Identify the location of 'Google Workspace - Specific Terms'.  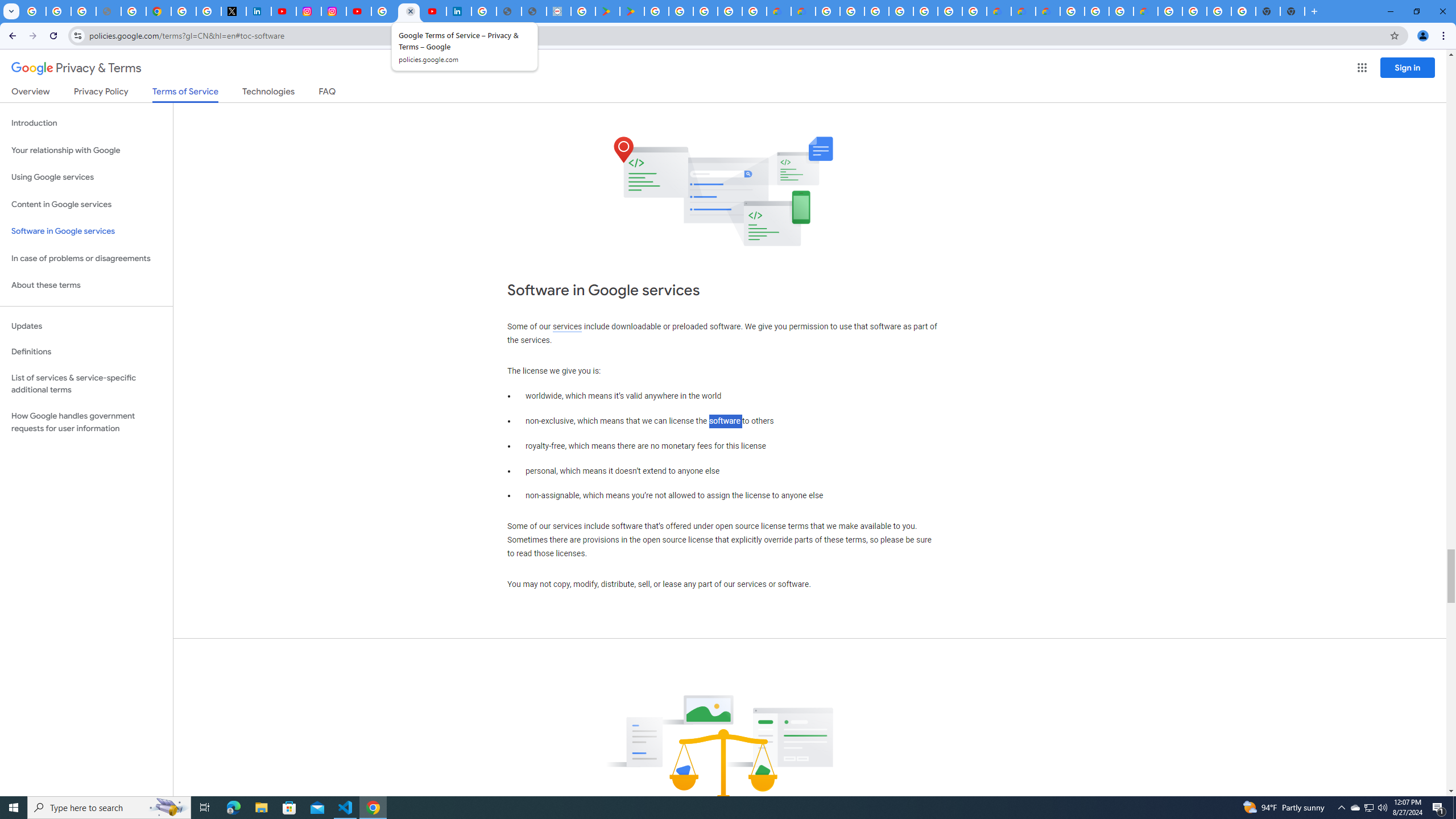
(729, 11).